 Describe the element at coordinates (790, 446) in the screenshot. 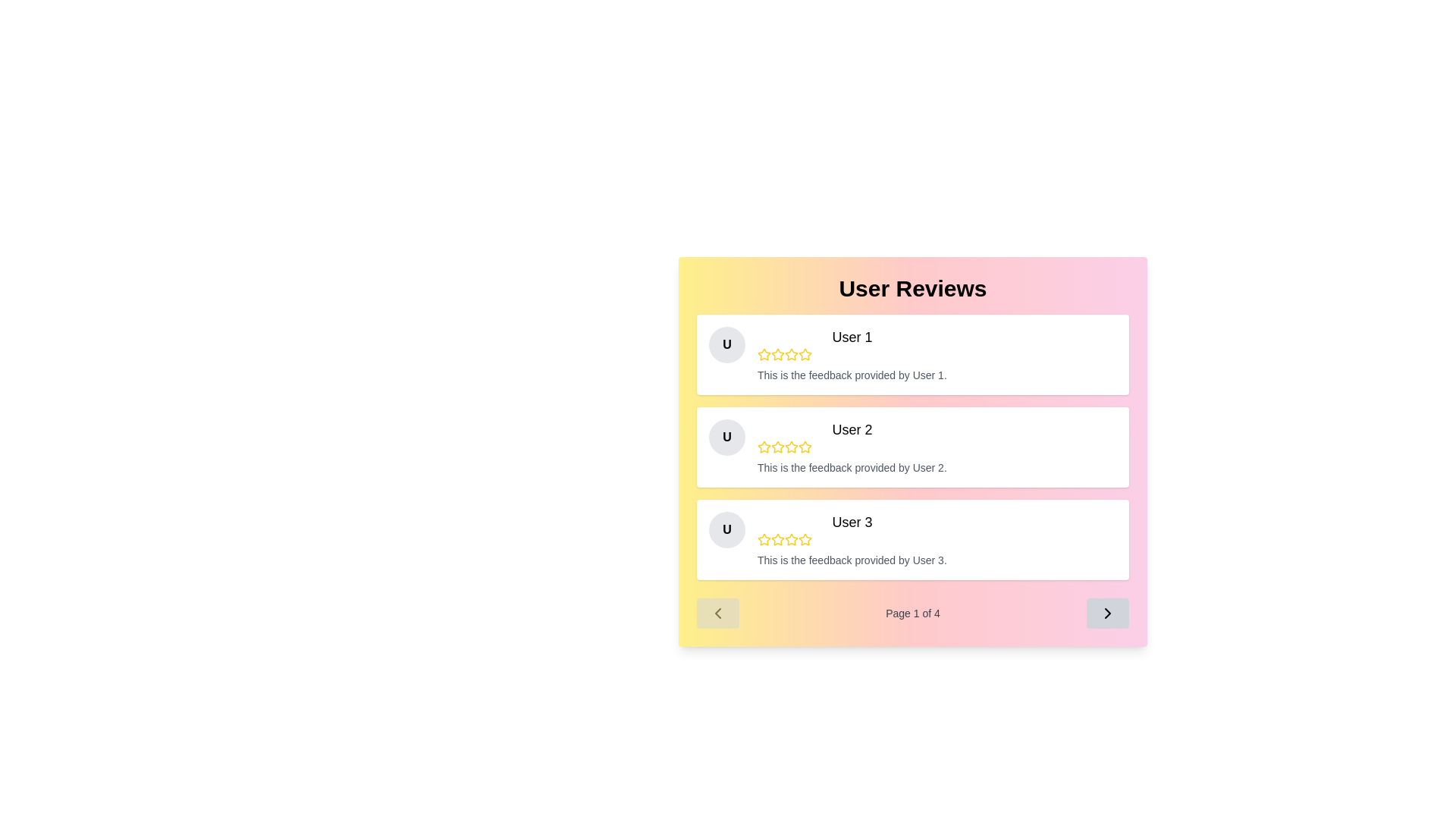

I see `the fourth star in the second user's rating section to indicate a rating for a specific review` at that location.